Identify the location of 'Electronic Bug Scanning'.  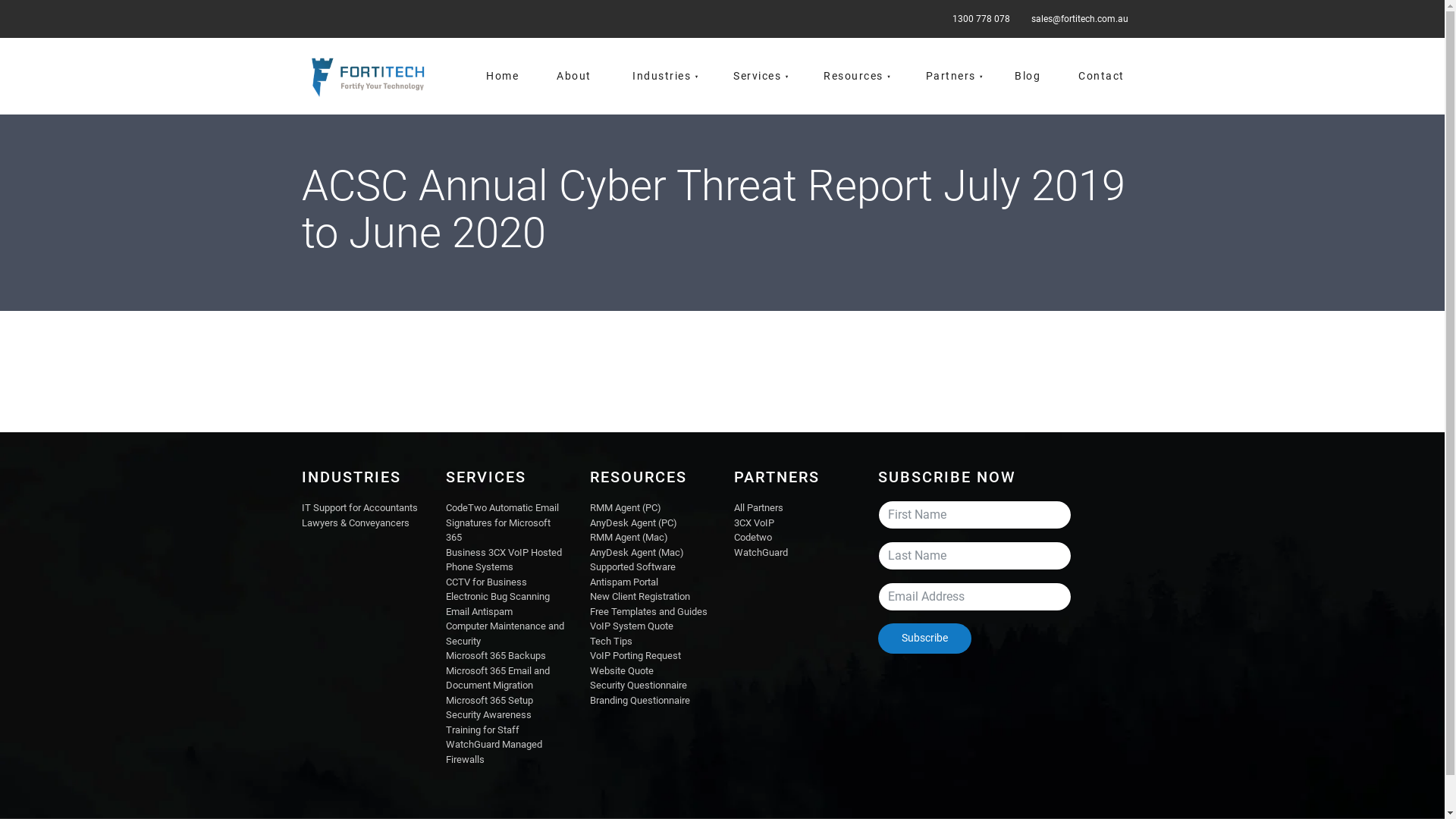
(445, 595).